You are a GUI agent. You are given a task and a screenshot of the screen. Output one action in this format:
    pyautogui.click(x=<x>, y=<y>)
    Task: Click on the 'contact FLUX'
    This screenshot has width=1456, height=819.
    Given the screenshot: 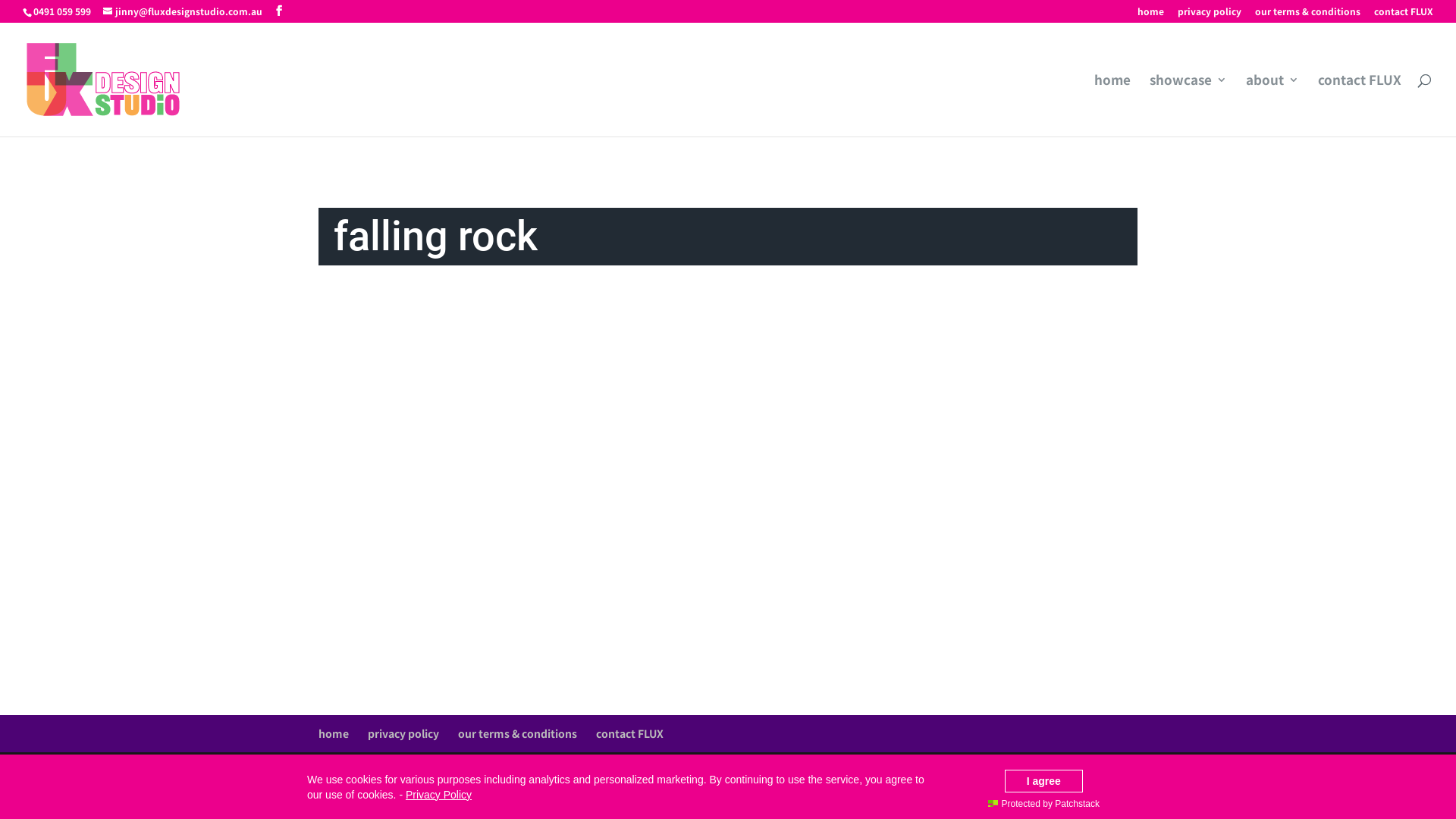 What is the action you would take?
    pyautogui.click(x=1403, y=14)
    